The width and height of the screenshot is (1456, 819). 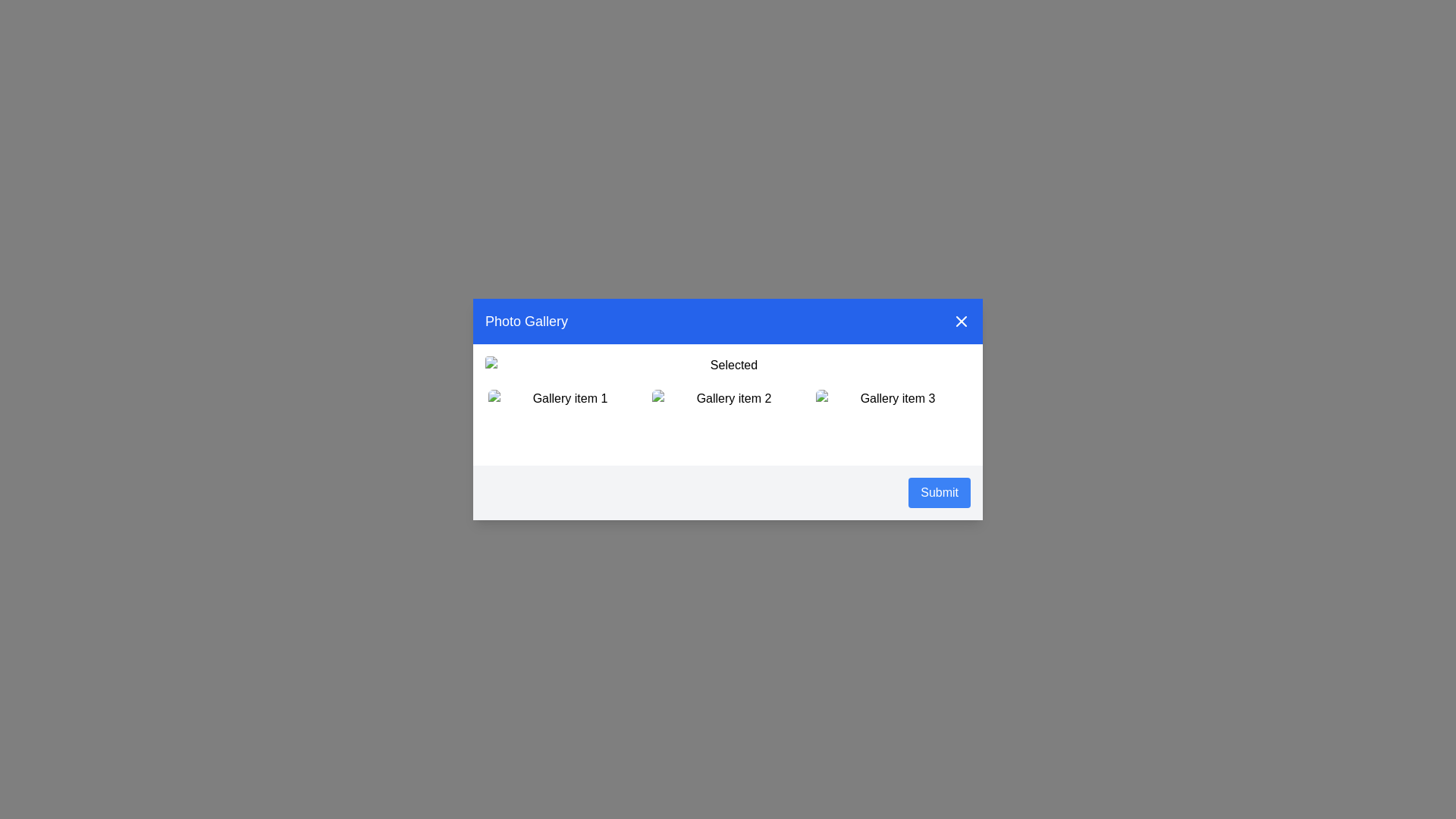 I want to click on the close button in the top-right corner of the dialog, so click(x=960, y=321).